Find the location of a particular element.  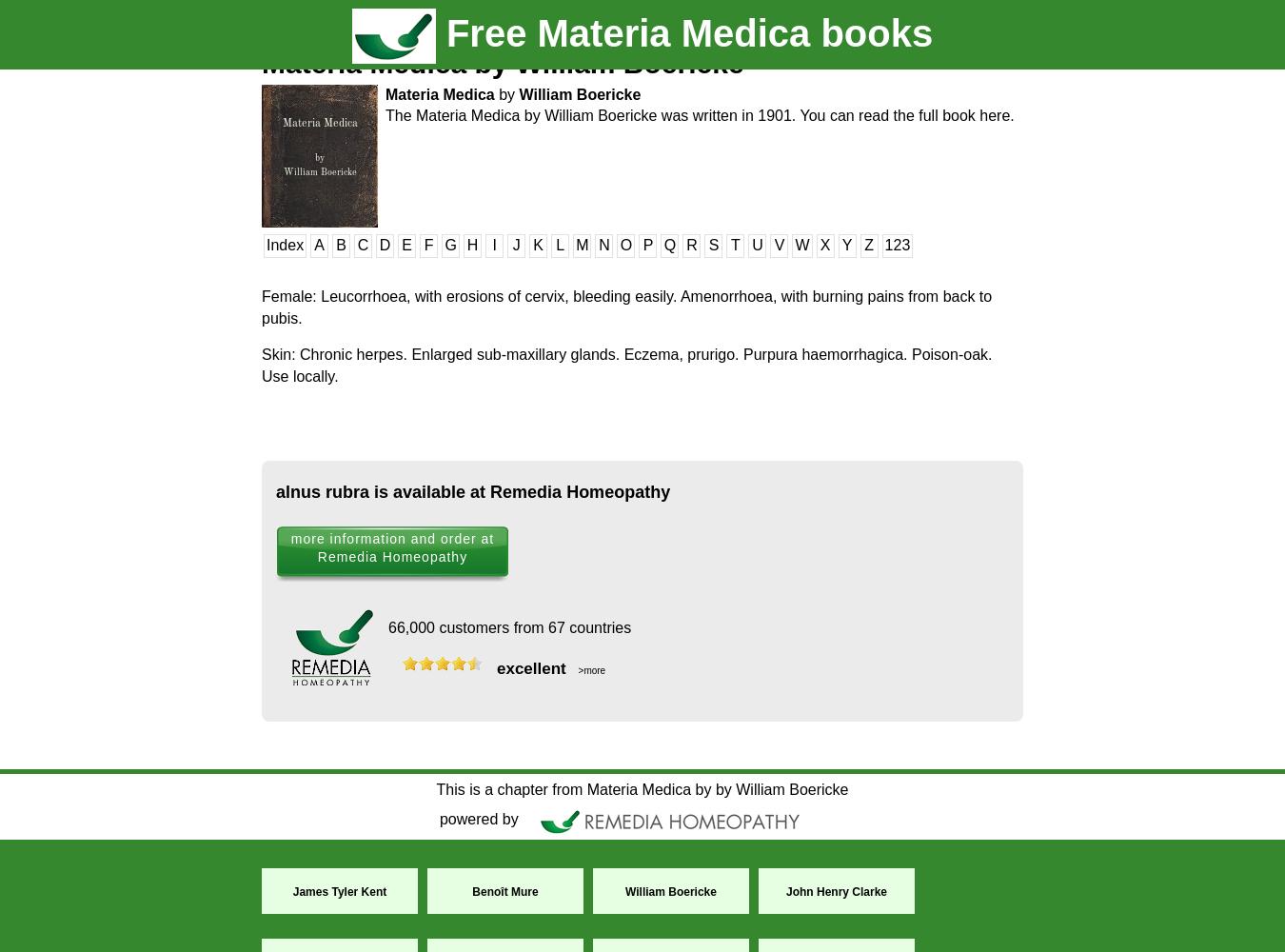

'John Henry Clarke' is located at coordinates (836, 891).